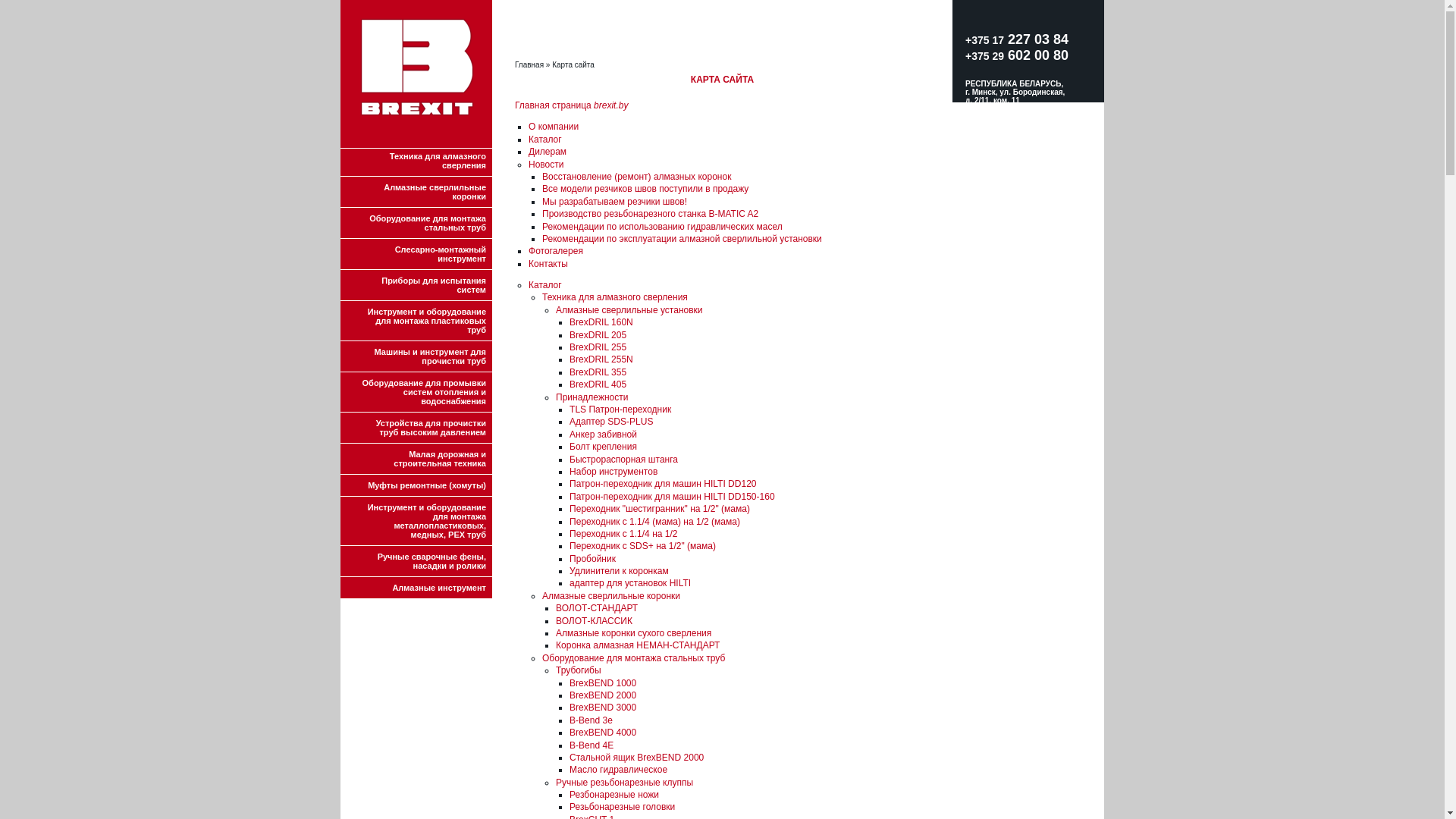 The image size is (1456, 819). Describe the element at coordinates (602, 731) in the screenshot. I see `'BrexBEND 4000'` at that location.